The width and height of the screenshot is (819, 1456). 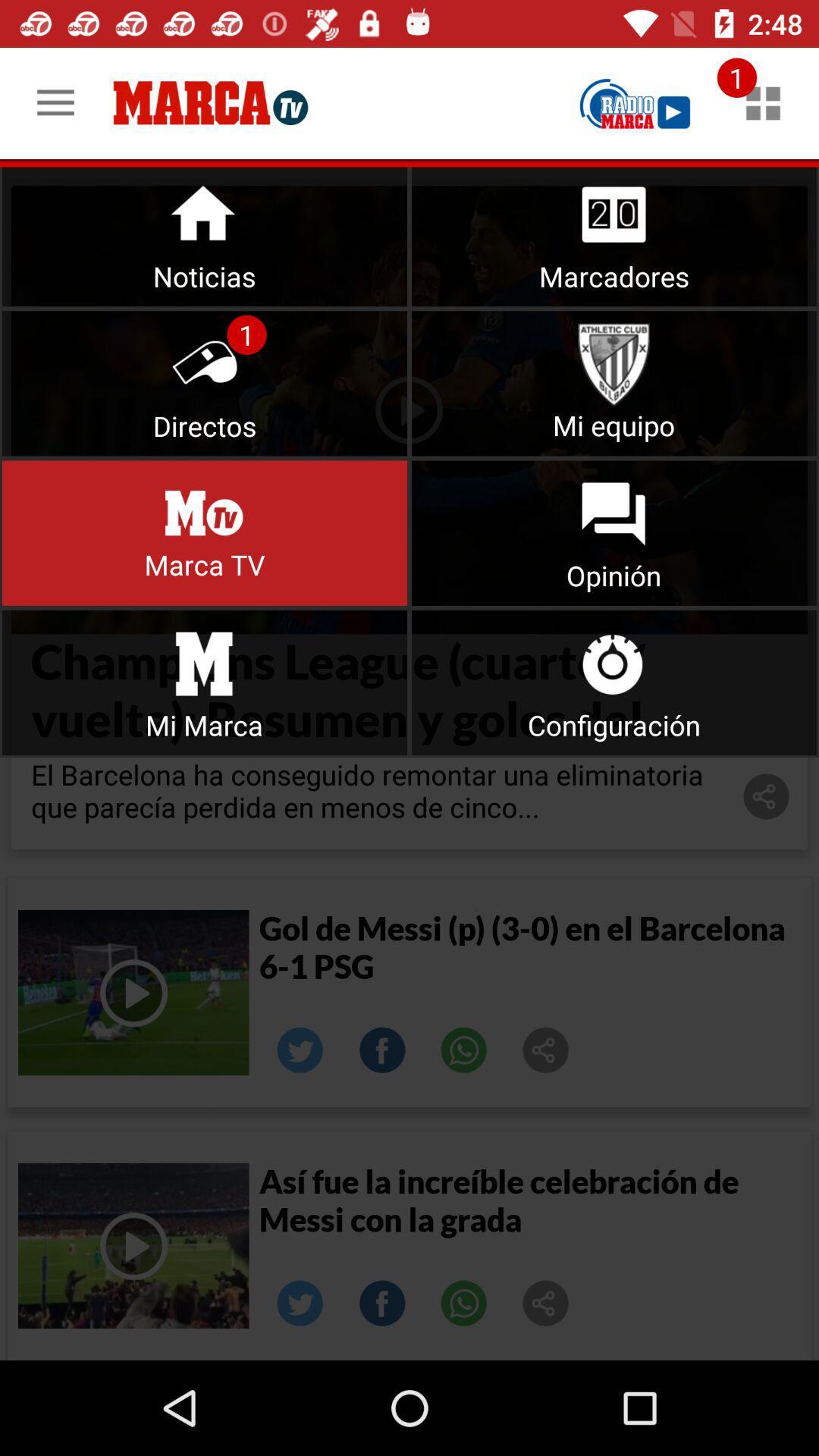 I want to click on share article, so click(x=546, y=1050).